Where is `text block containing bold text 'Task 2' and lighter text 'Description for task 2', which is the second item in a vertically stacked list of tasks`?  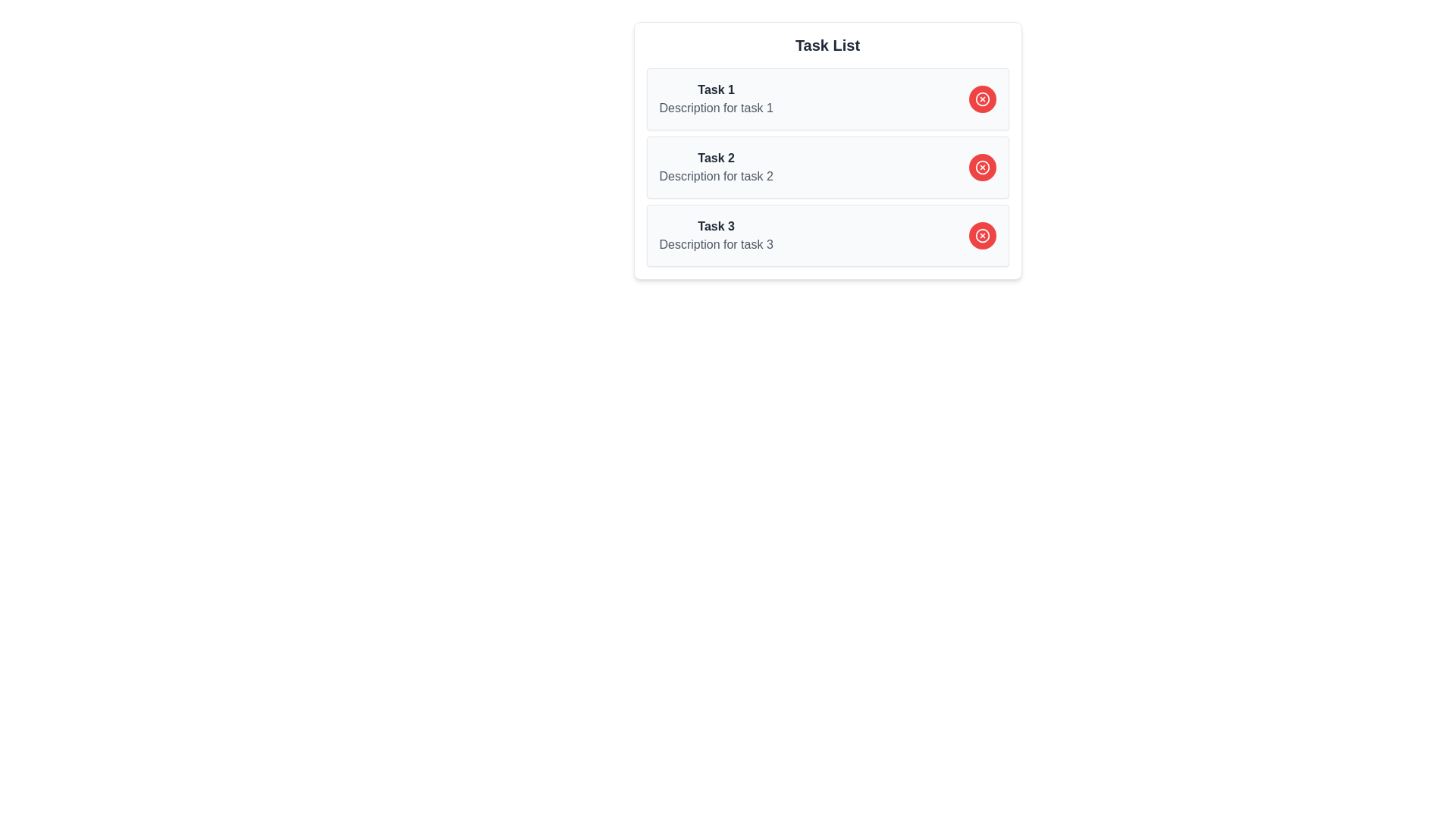 text block containing bold text 'Task 2' and lighter text 'Description for task 2', which is the second item in a vertically stacked list of tasks is located at coordinates (715, 167).